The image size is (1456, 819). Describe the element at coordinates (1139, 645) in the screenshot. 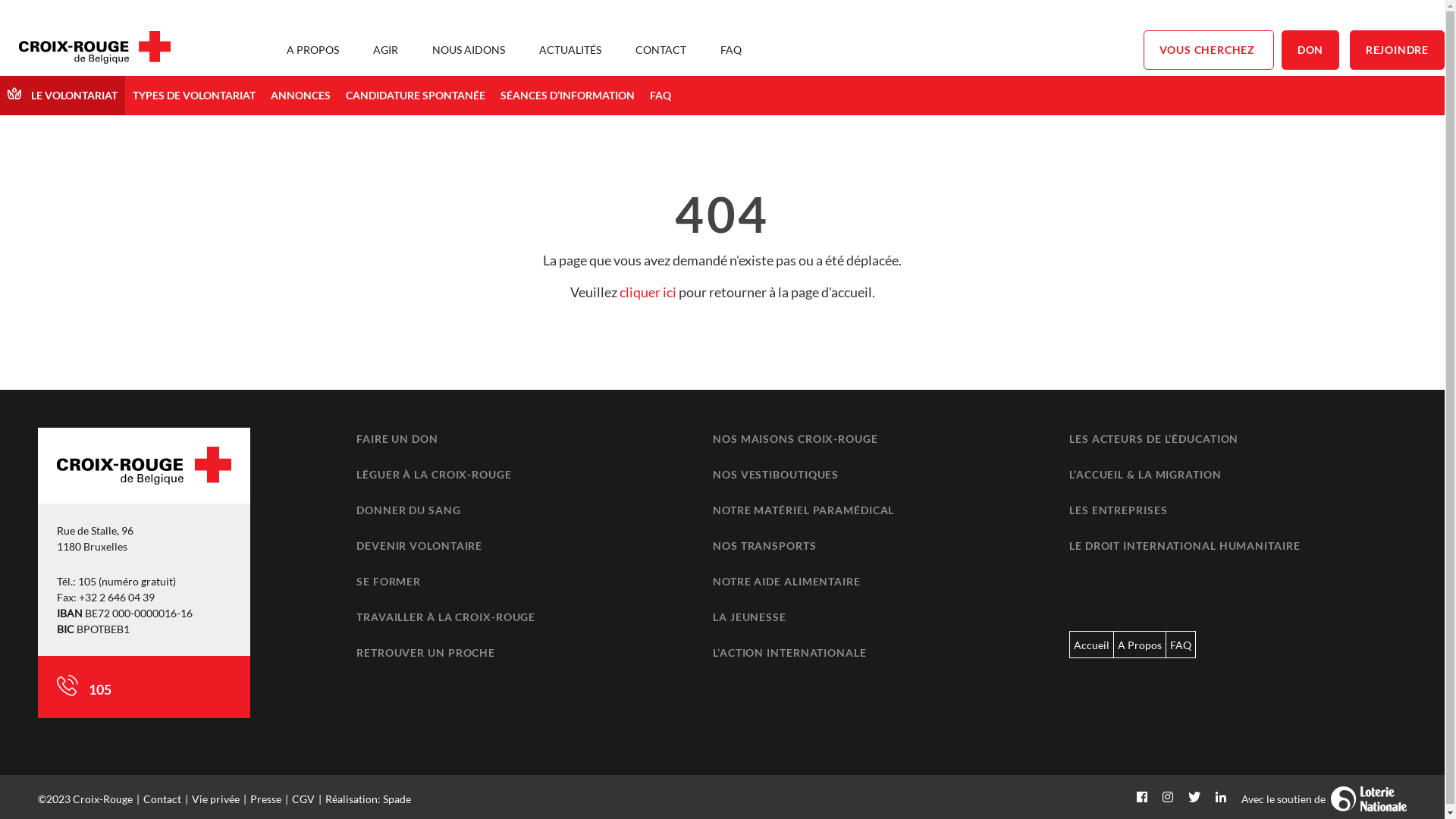

I see `'A Propos'` at that location.